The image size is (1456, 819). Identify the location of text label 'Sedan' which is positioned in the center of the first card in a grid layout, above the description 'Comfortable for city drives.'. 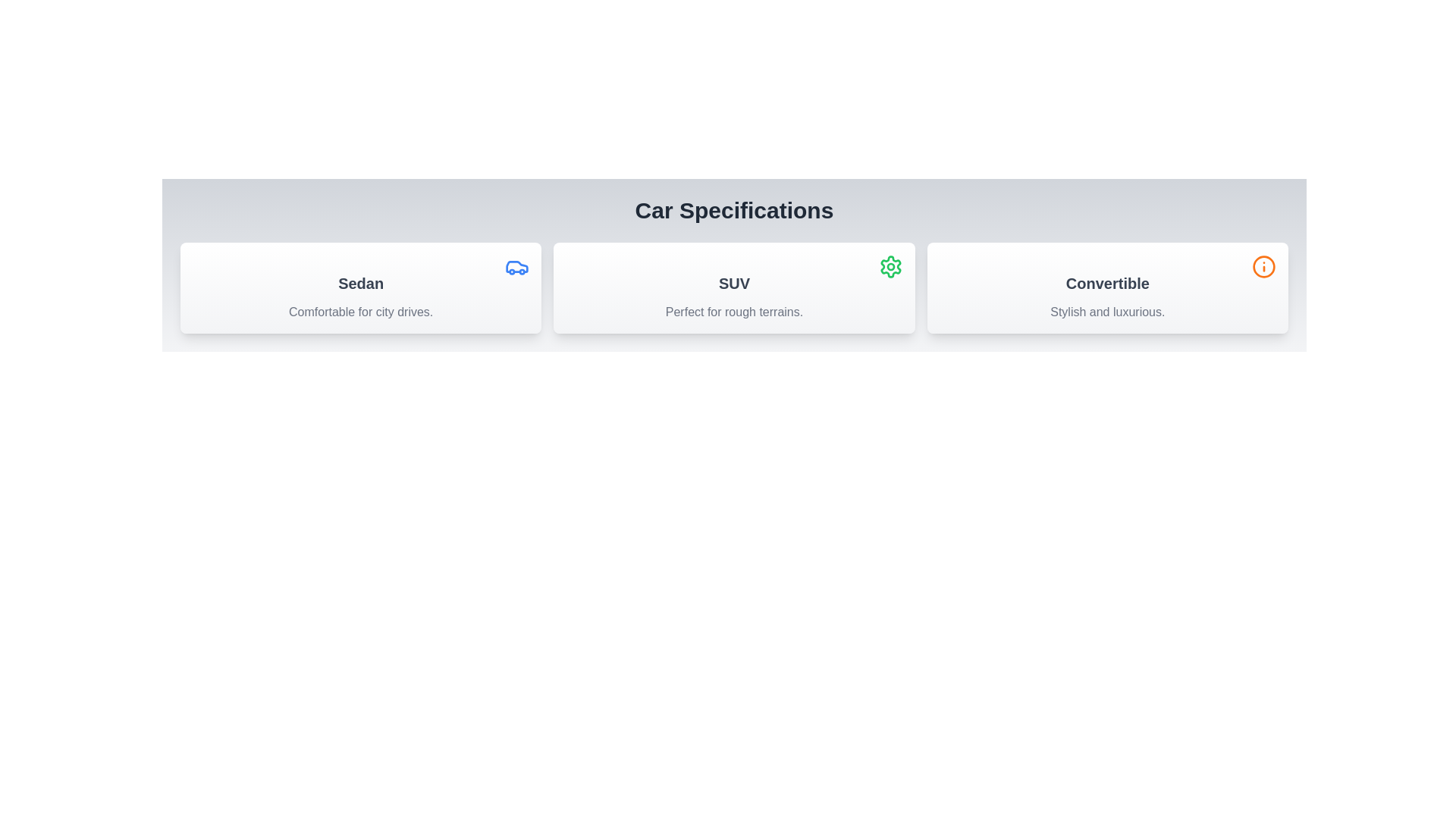
(360, 284).